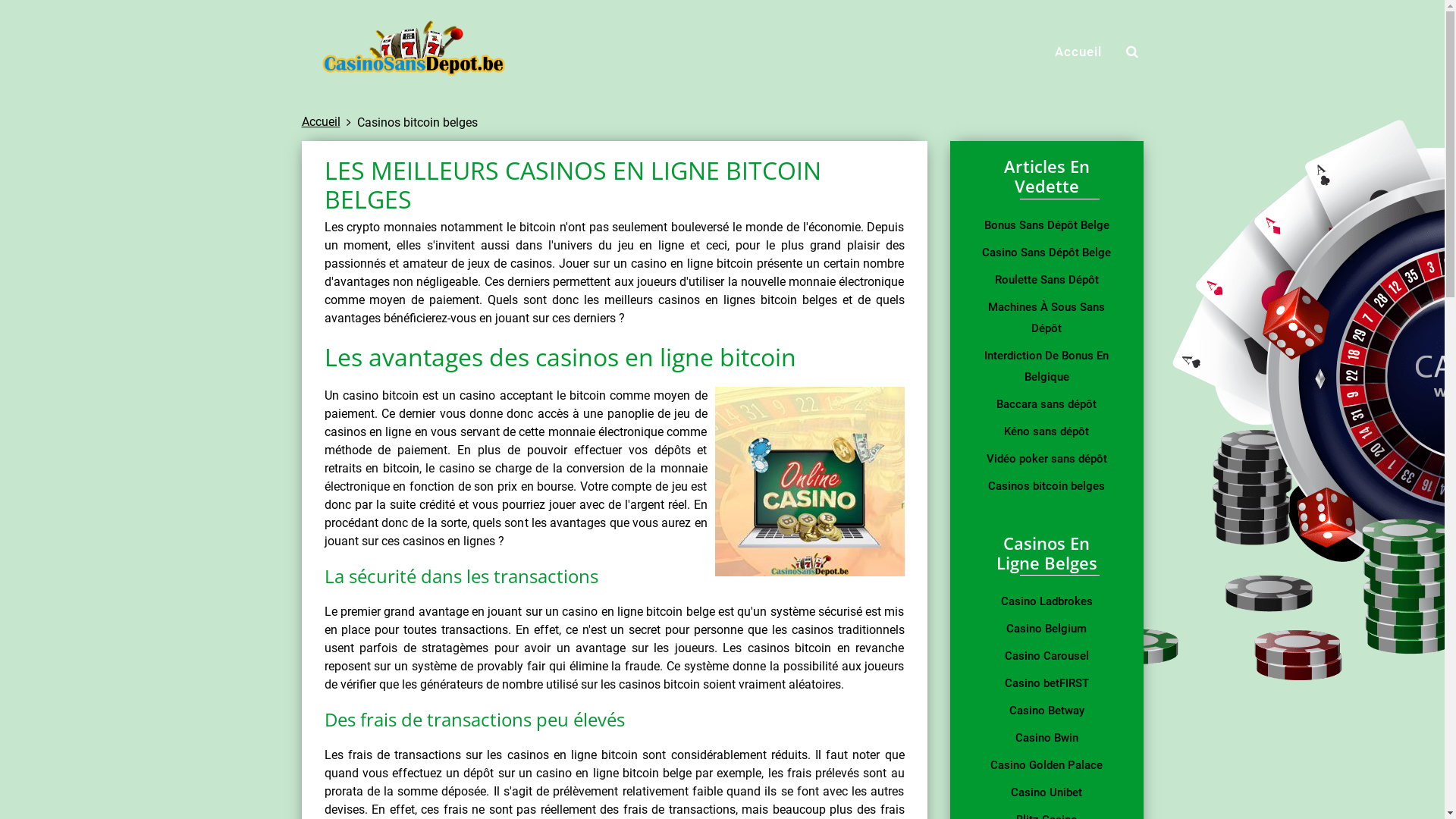 The width and height of the screenshot is (1456, 819). I want to click on 'Casino Unibet', so click(1045, 792).